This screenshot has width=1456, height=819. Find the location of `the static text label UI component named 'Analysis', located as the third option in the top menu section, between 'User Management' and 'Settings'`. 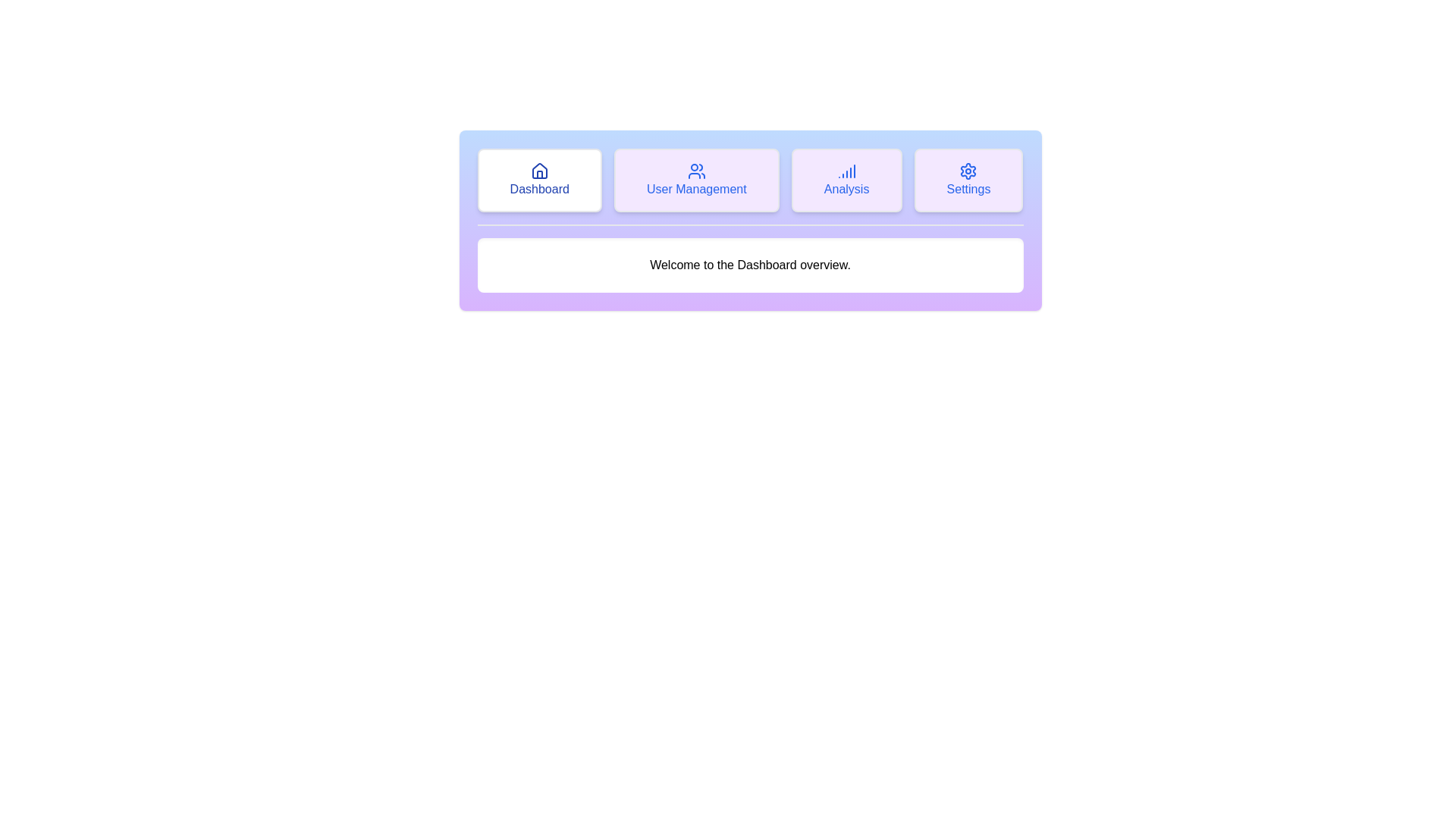

the static text label UI component named 'Analysis', located as the third option in the top menu section, between 'User Management' and 'Settings' is located at coordinates (846, 189).